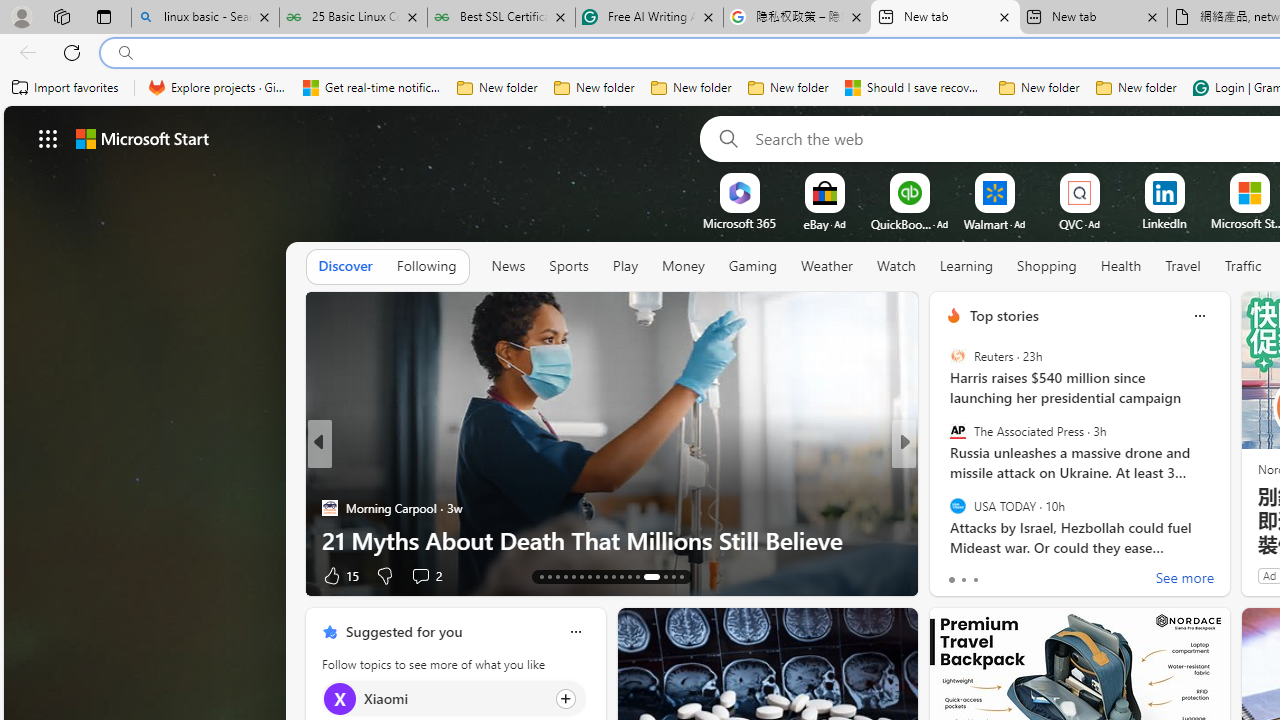 The height and width of the screenshot is (720, 1280). I want to click on 'linux basic - Search', so click(205, 17).